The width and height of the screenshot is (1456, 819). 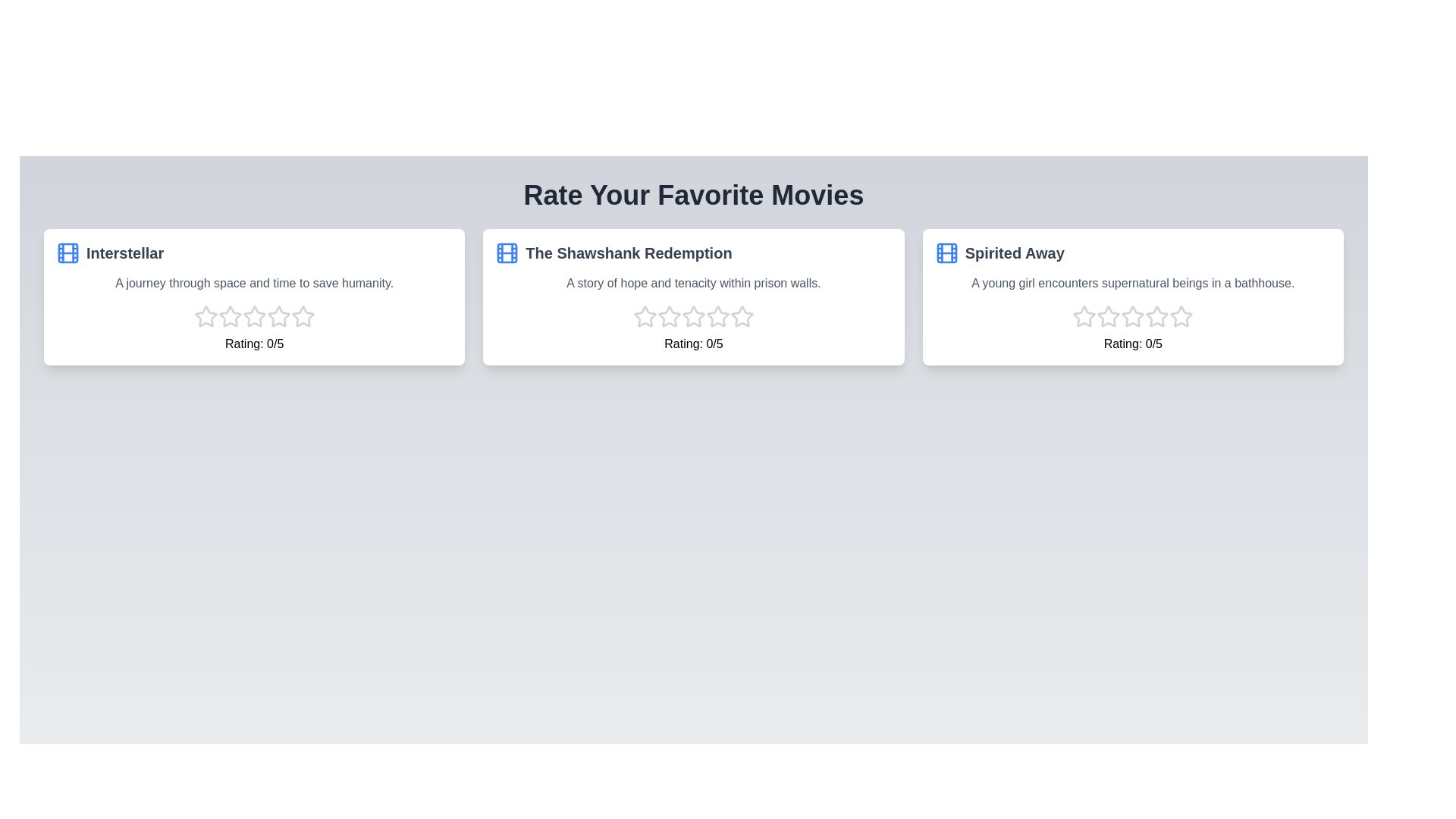 What do you see at coordinates (205, 315) in the screenshot?
I see `the star corresponding to the 1 rating for the movie Interstellar` at bounding box center [205, 315].